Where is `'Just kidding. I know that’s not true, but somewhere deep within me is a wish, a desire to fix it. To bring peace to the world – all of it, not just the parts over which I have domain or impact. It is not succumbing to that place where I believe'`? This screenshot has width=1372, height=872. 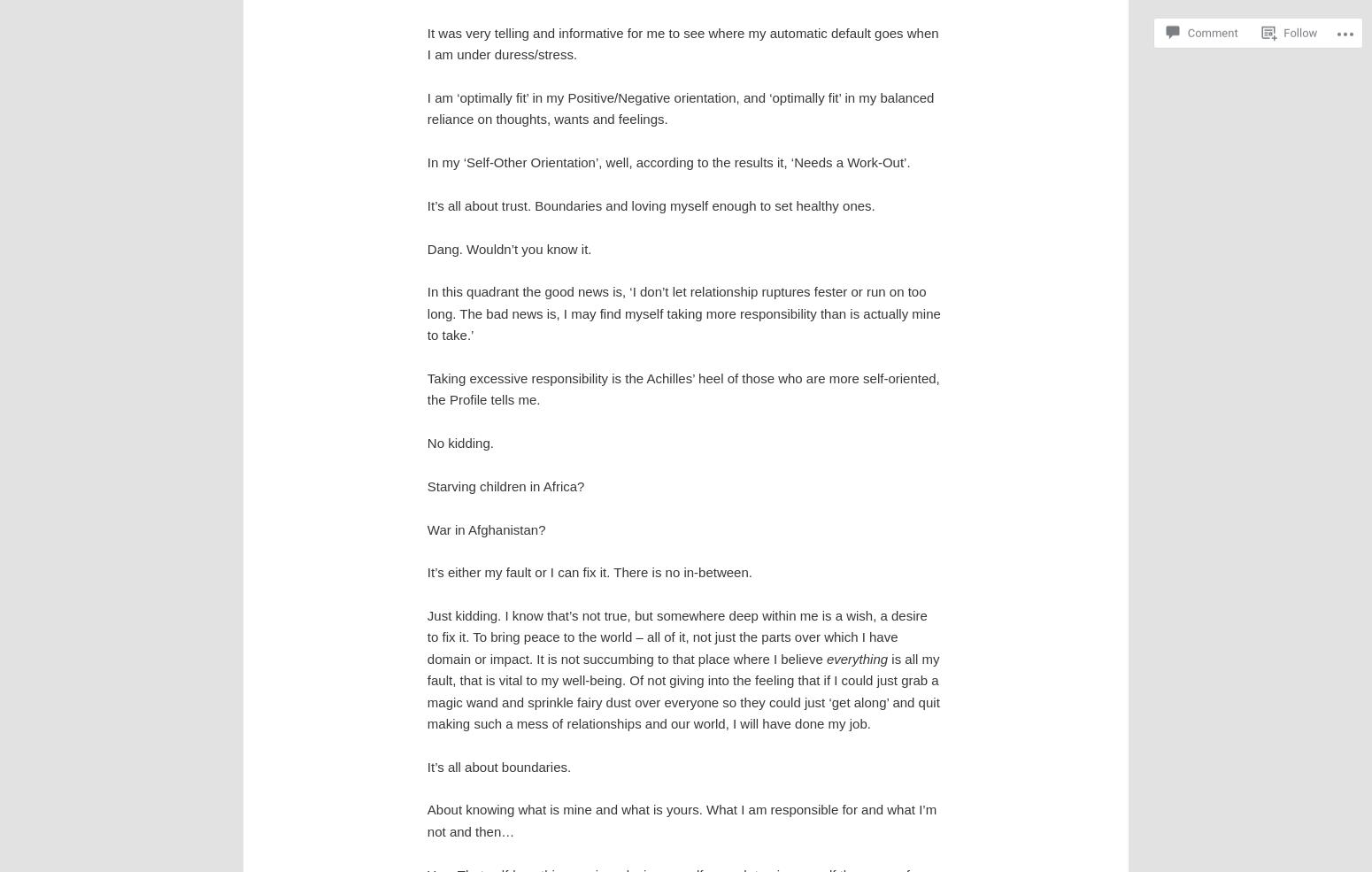
'Just kidding. I know that’s not true, but somewhere deep within me is a wish, a desire to fix it. To bring peace to the world – all of it, not just the parts over which I have domain or impact. It is not succumbing to that place where I believe' is located at coordinates (676, 637).